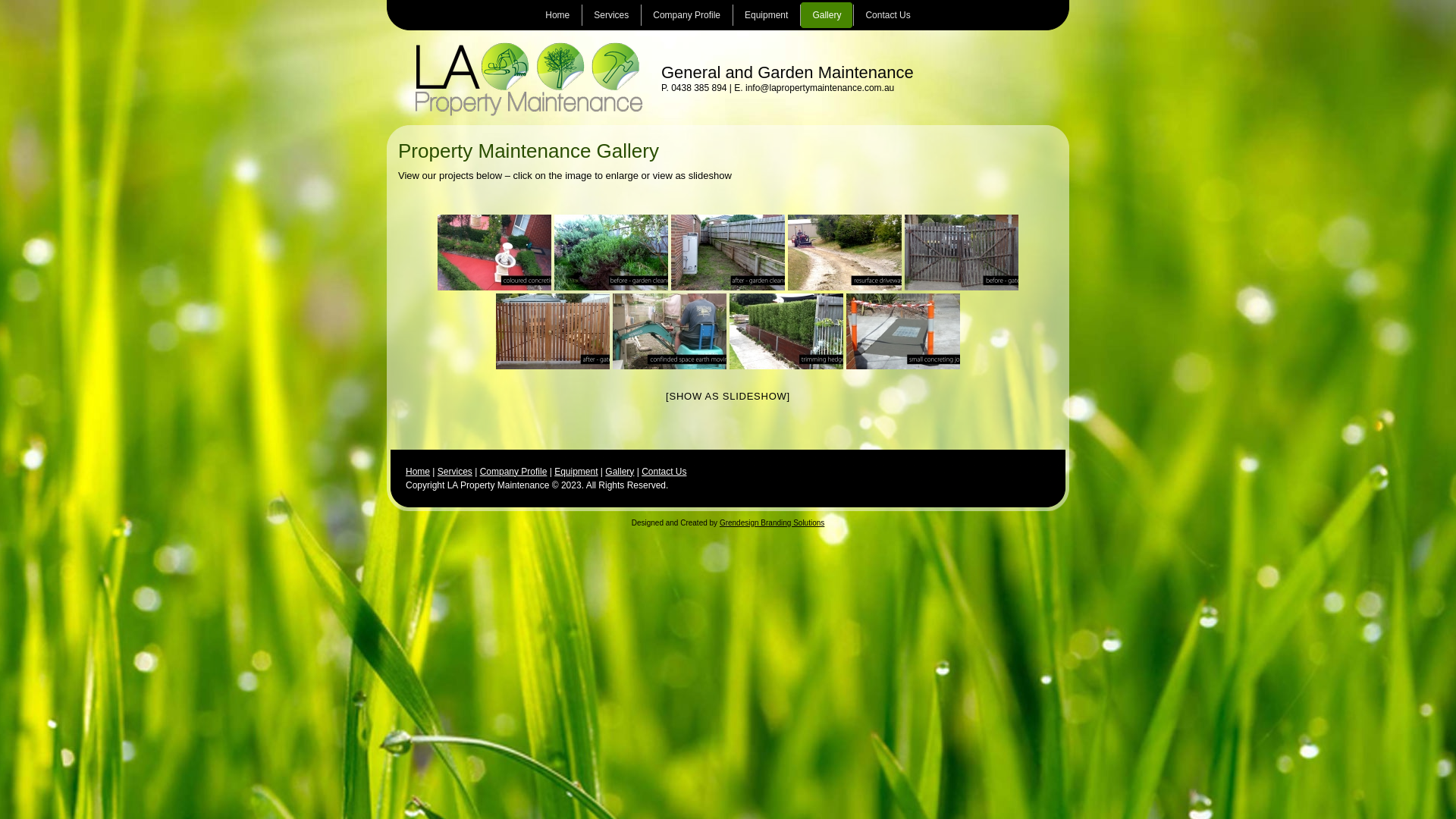 The height and width of the screenshot is (819, 1456). Describe the element at coordinates (786, 330) in the screenshot. I see `'la-property-maintenance-hedging'` at that location.